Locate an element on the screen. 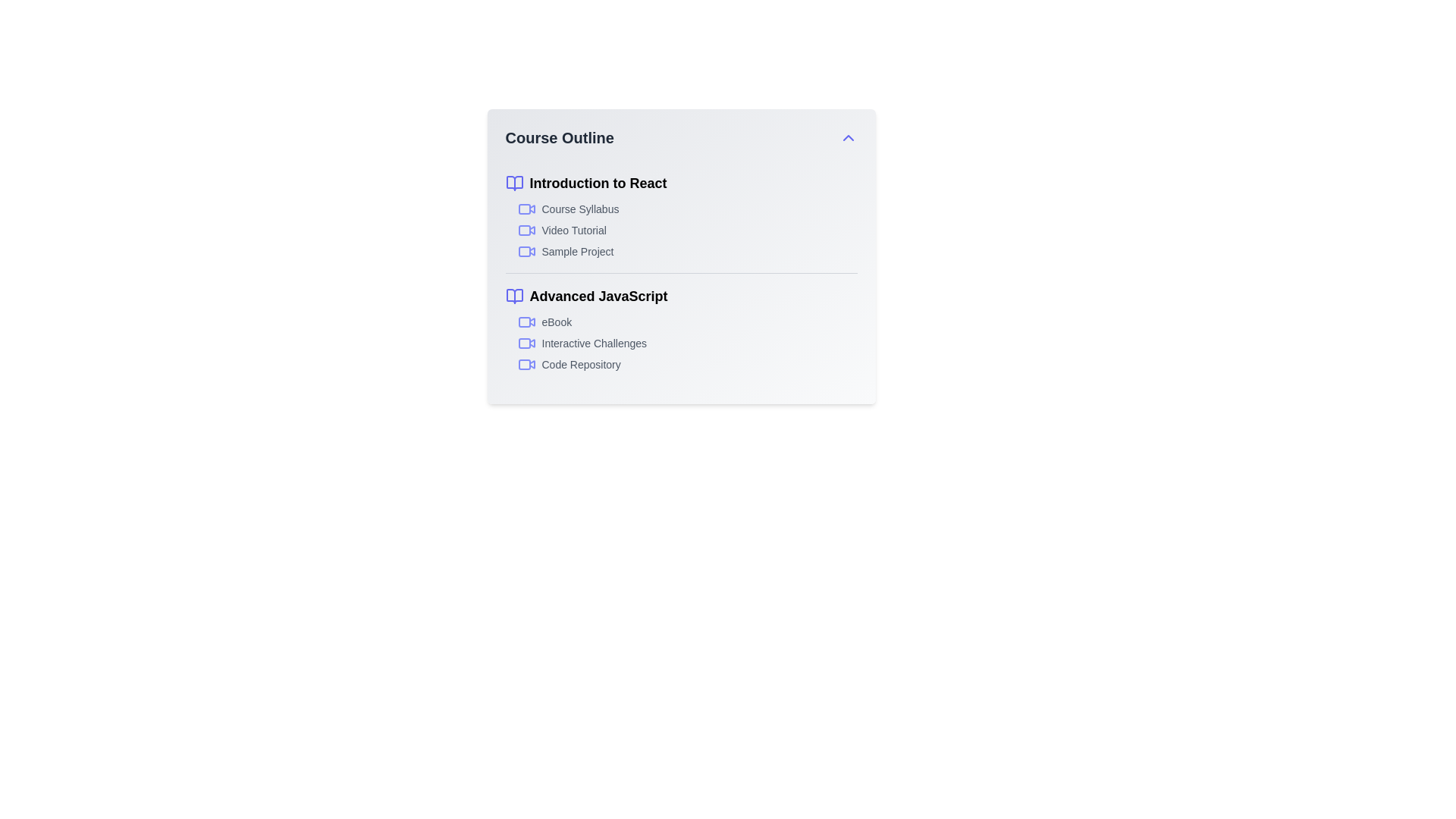 This screenshot has width=1456, height=819. the chevron button to toggle the course outline's expanded state is located at coordinates (847, 137).